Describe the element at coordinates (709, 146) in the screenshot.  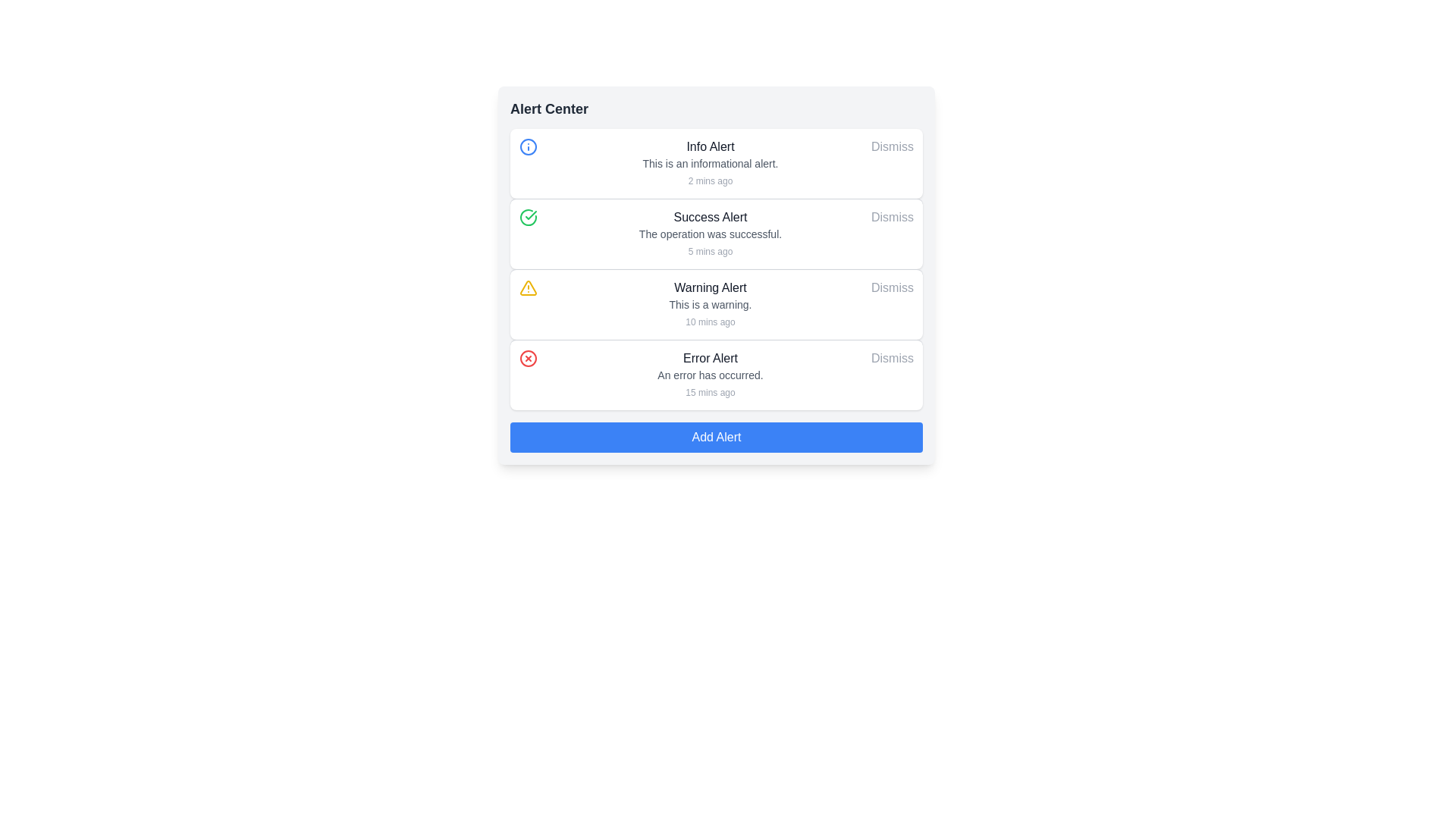
I see `the 'Info Alert' text label element, which is styled with a medium font size and dark gray color, located at the top of the 'Alert Center' panel` at that location.